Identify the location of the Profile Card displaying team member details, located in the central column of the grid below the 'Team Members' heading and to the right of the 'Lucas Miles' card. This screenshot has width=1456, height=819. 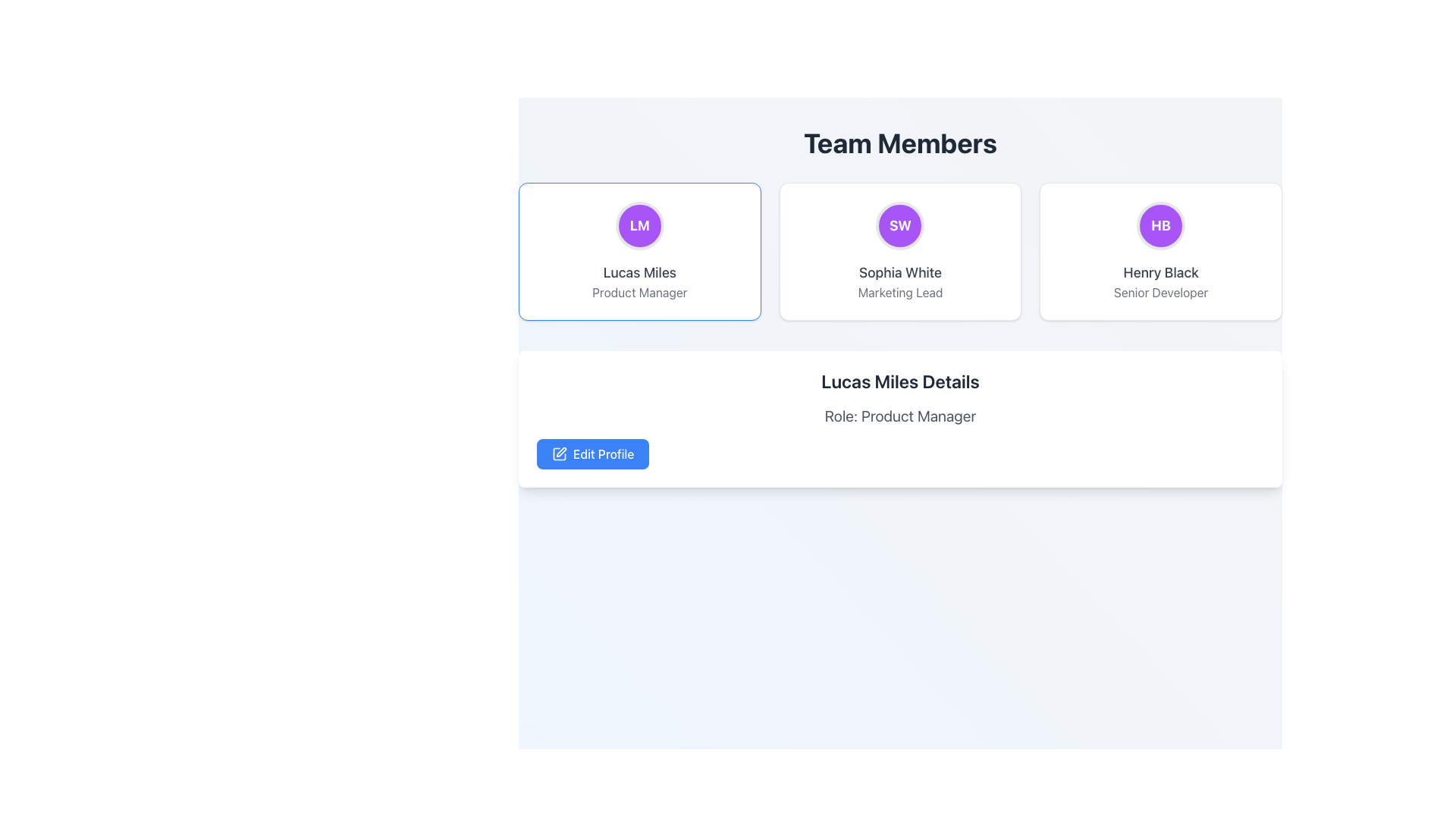
(900, 250).